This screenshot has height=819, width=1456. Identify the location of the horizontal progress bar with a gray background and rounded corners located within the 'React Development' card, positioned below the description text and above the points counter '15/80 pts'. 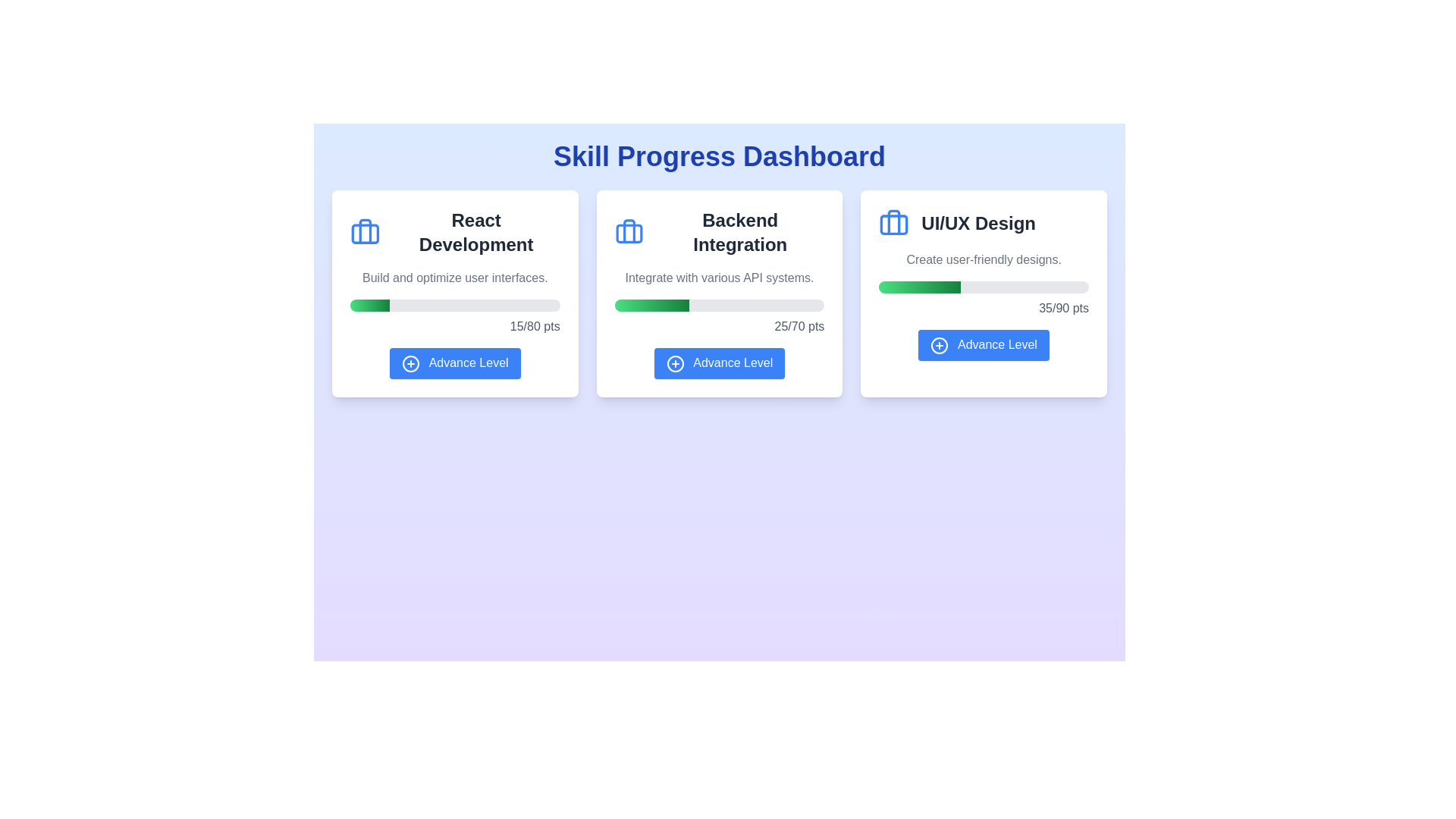
(454, 305).